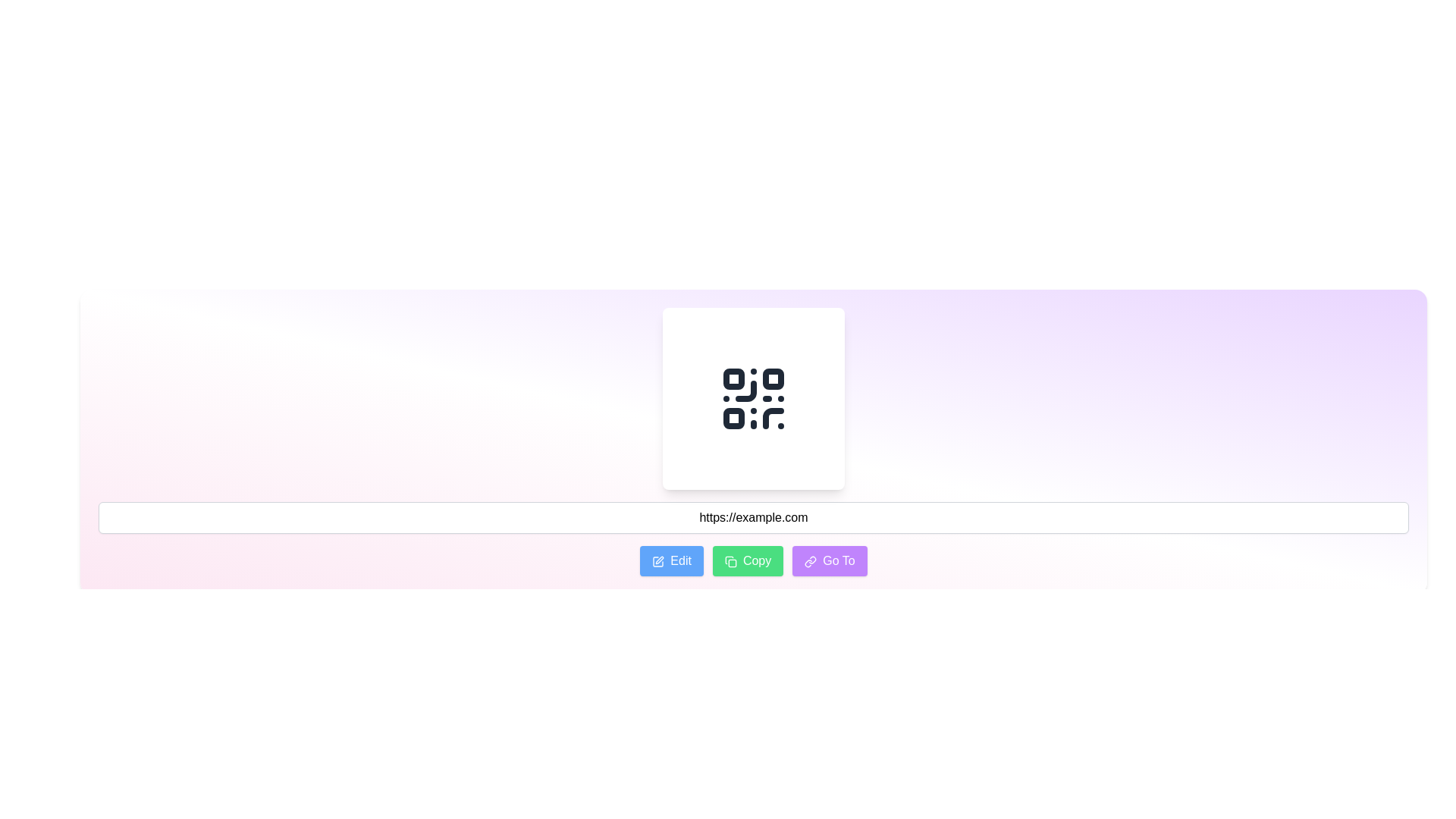  I want to click on the QR code graphical element, which is centrally aligned within a white square card with rounded corners, so click(753, 397).